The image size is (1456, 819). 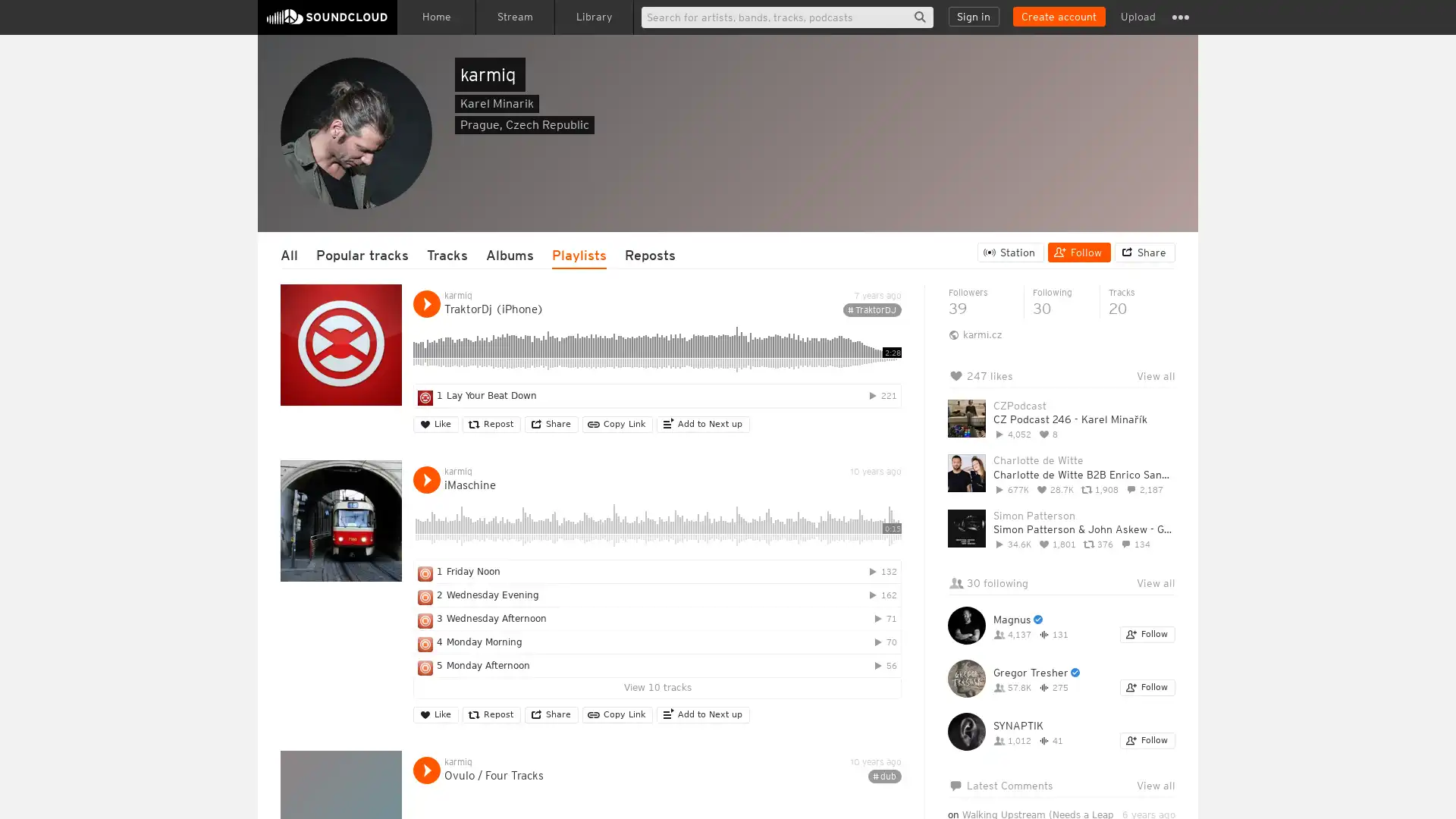 What do you see at coordinates (919, 17) in the screenshot?
I see `Search` at bounding box center [919, 17].